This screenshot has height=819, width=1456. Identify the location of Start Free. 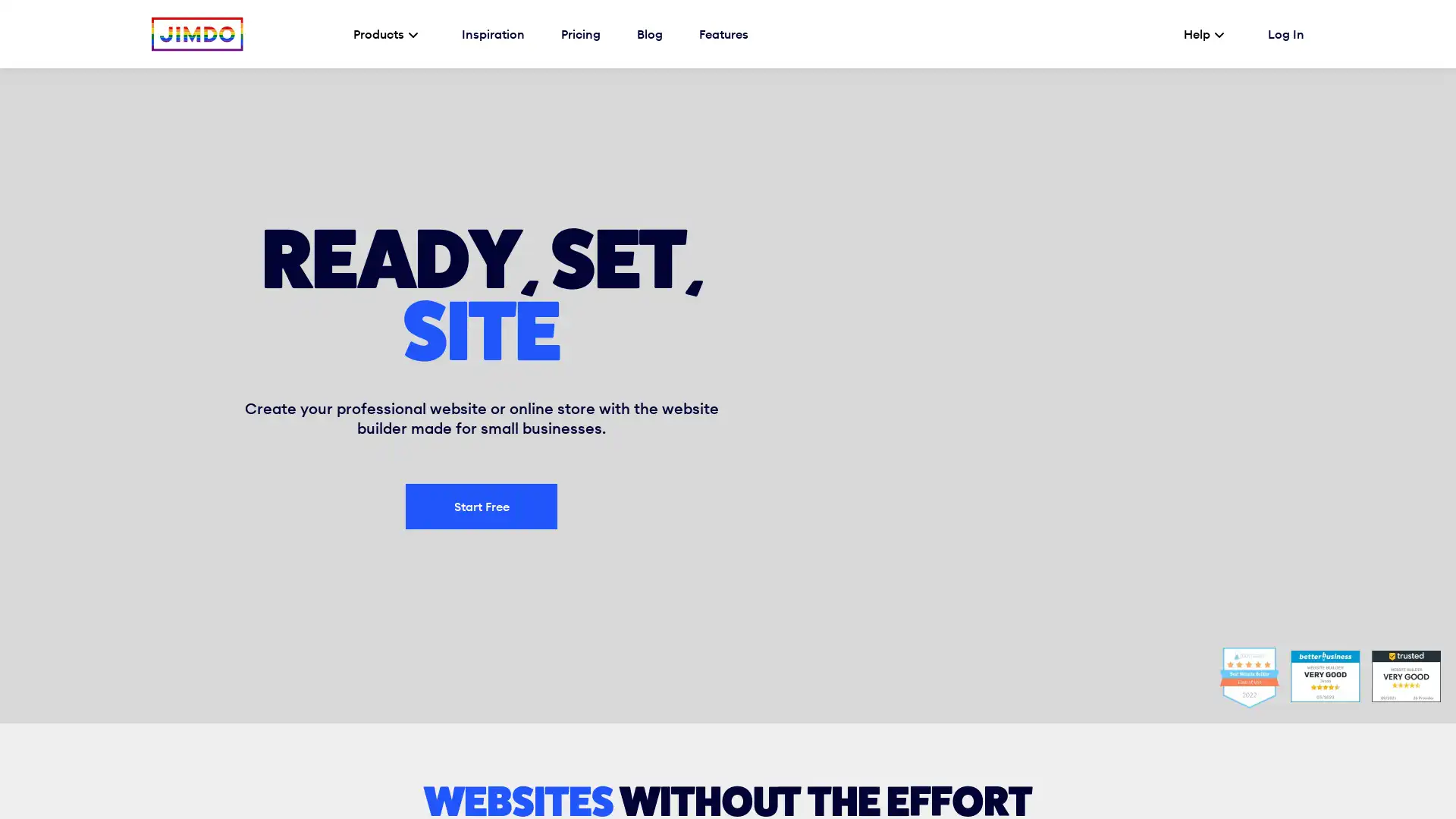
(480, 506).